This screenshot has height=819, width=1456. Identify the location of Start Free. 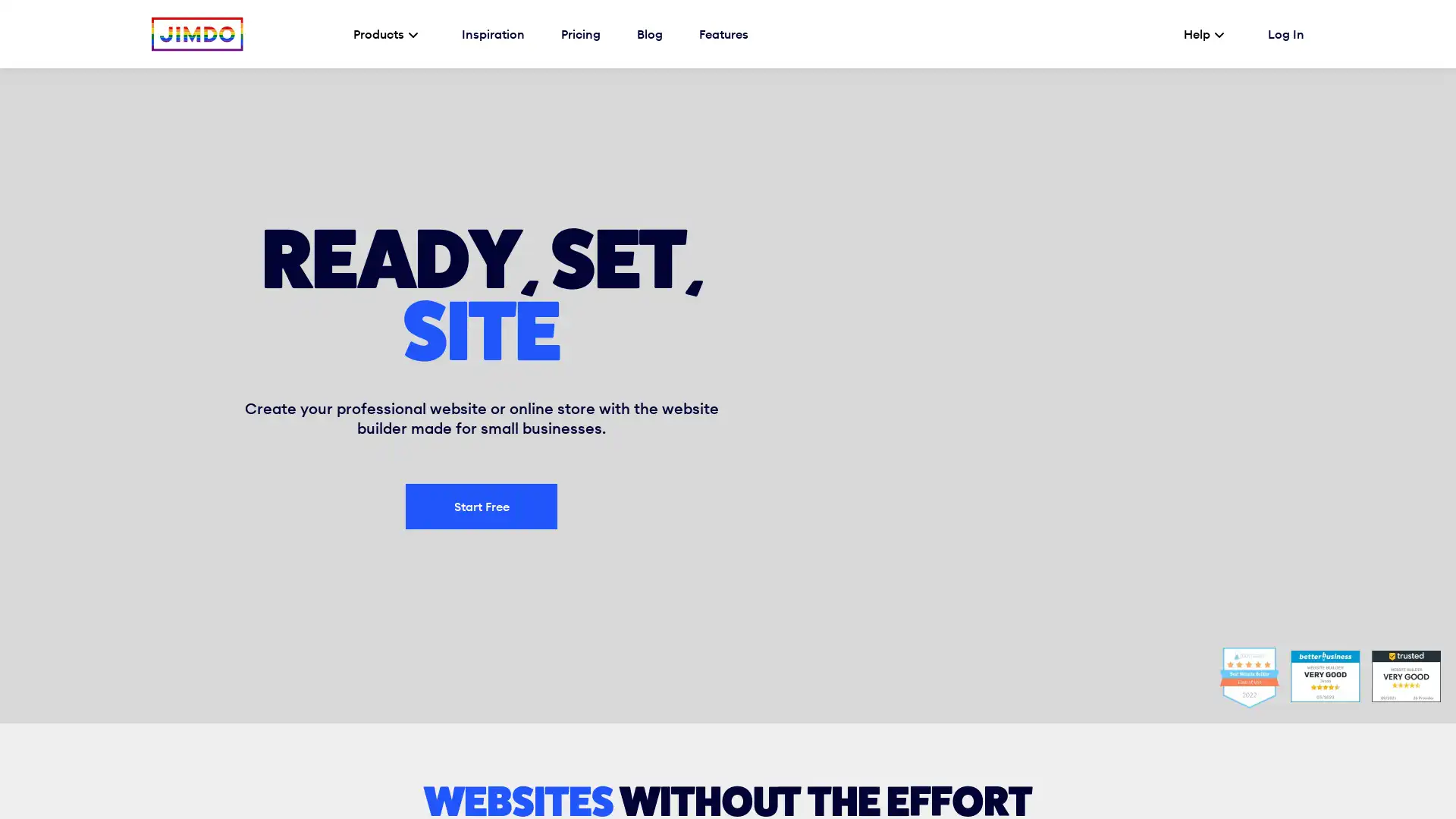
(480, 506).